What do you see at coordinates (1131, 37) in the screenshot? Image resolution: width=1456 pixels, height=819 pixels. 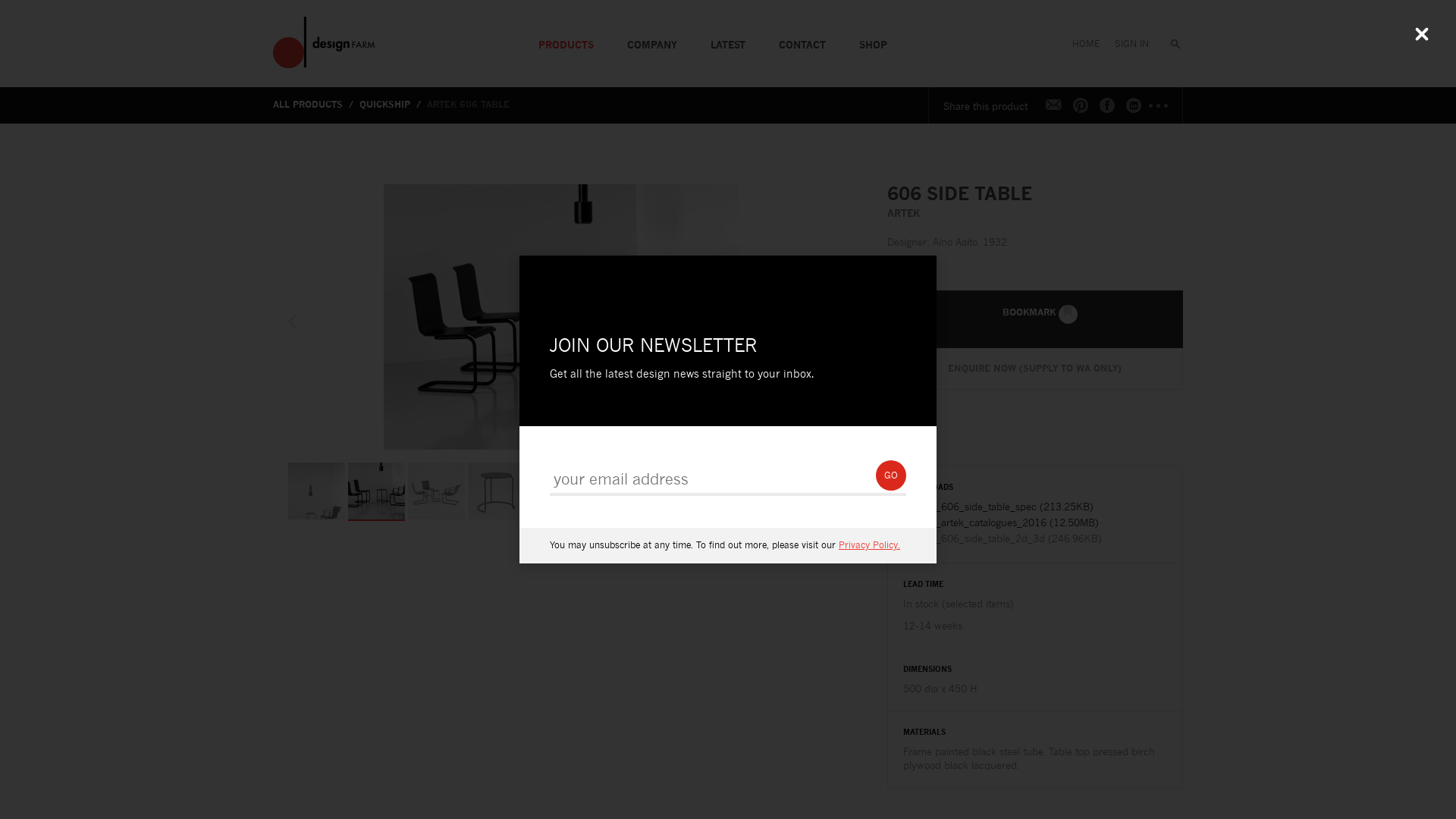 I see `'SIGN IN'` at bounding box center [1131, 37].